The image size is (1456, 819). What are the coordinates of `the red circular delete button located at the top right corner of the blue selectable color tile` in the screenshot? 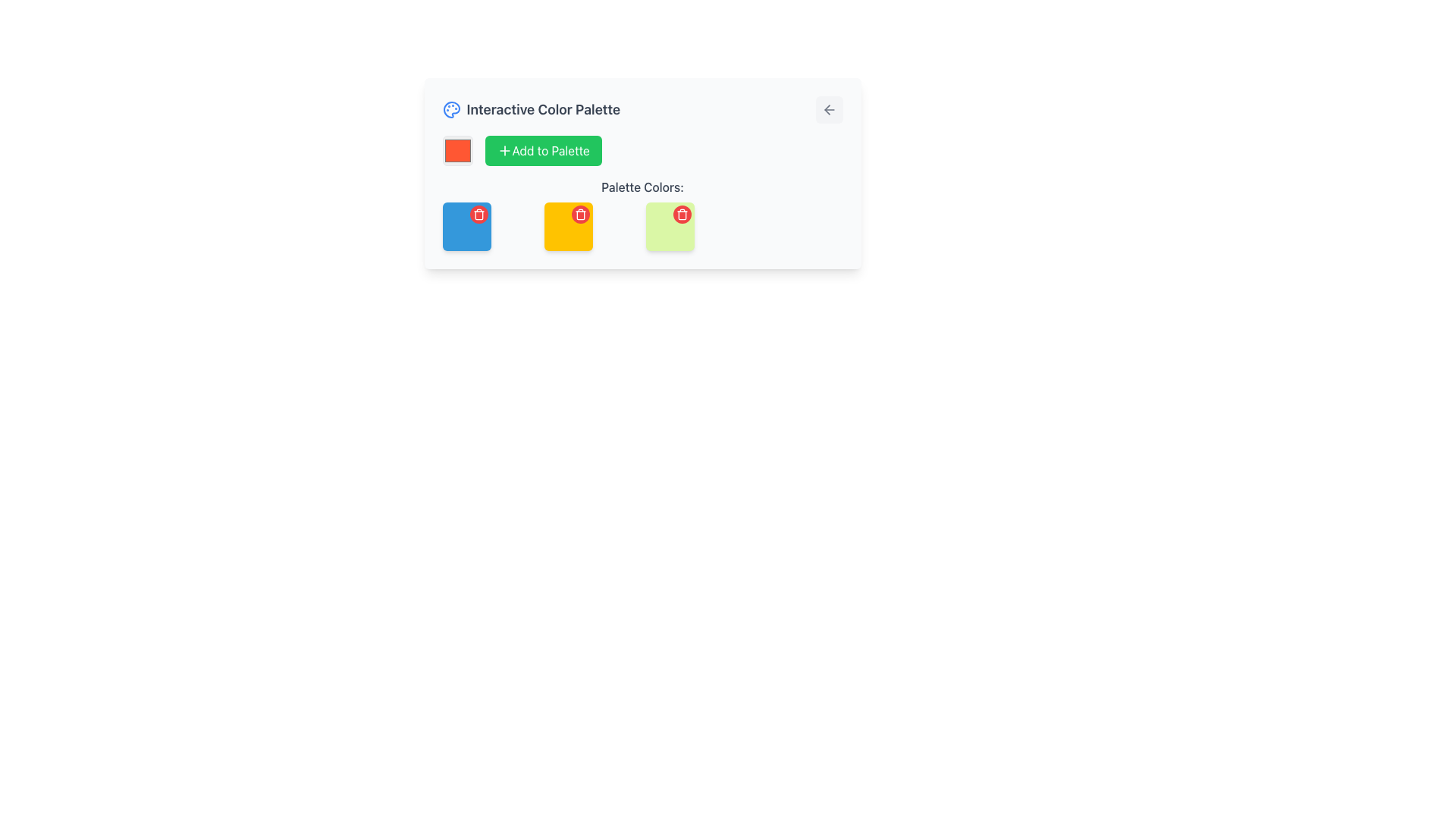 It's located at (466, 227).